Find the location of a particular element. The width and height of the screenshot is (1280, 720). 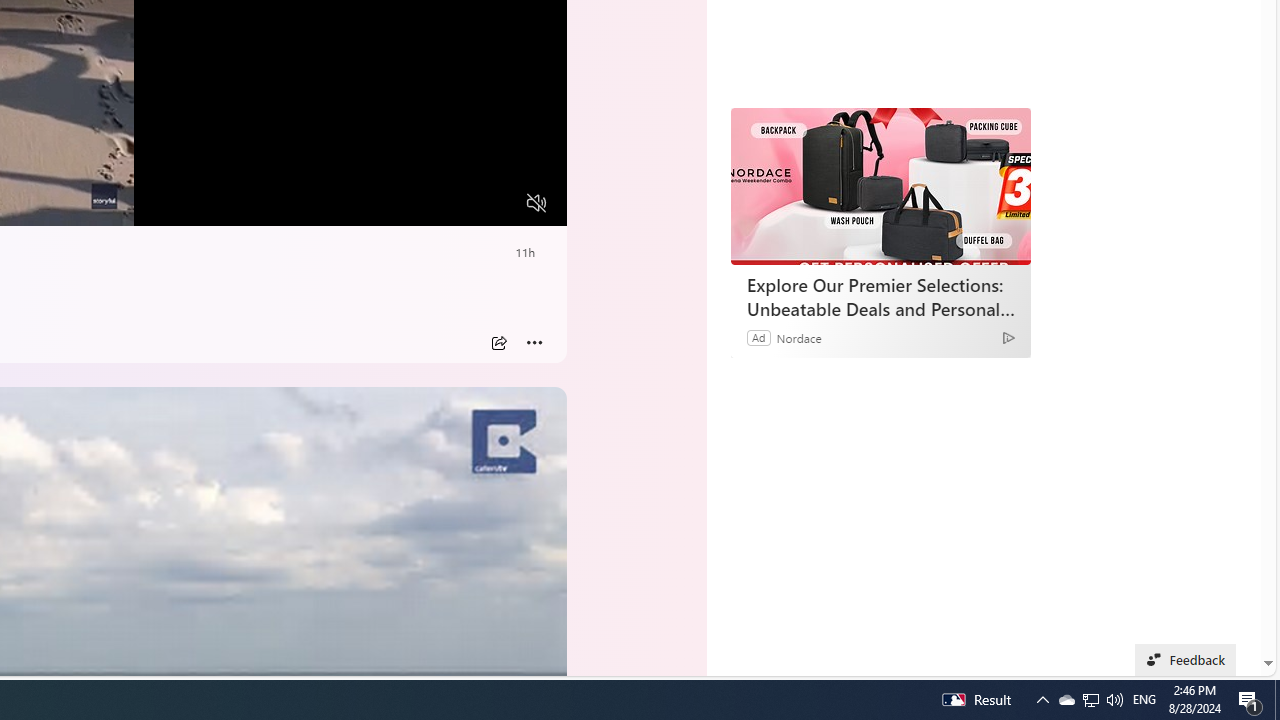

'Share' is located at coordinates (498, 342).